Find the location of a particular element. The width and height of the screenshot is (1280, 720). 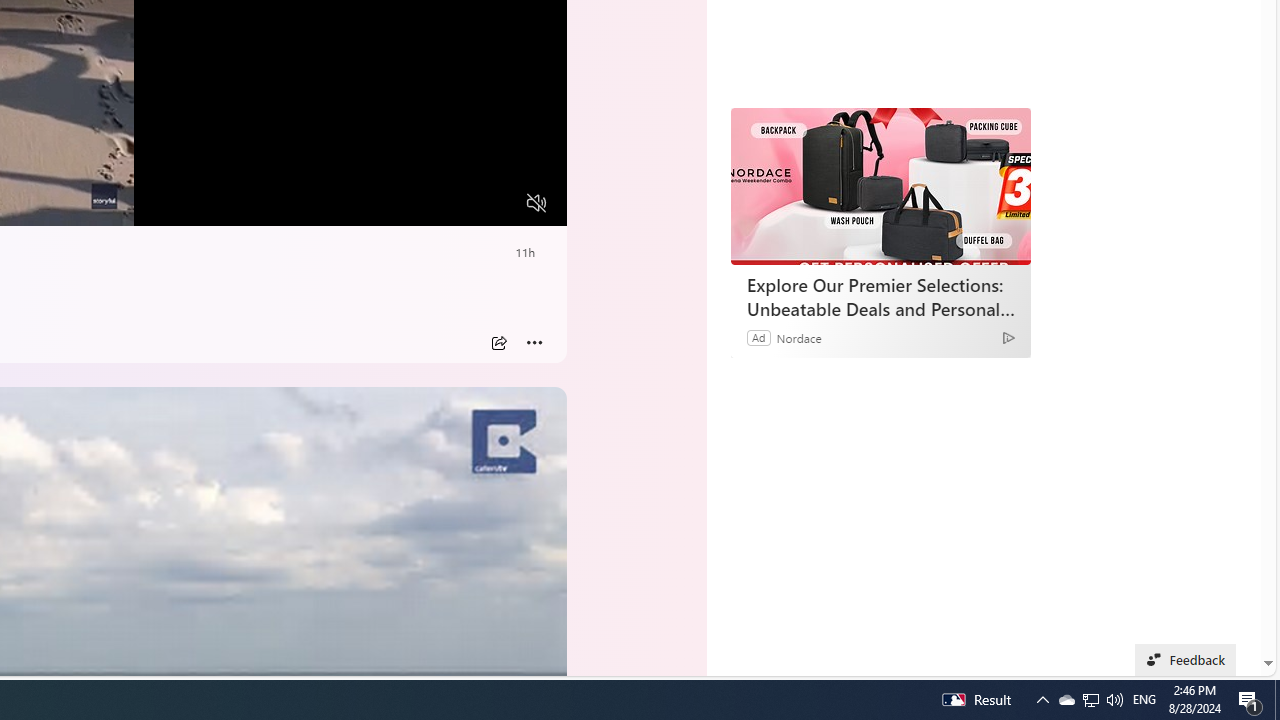

'Share' is located at coordinates (498, 342).